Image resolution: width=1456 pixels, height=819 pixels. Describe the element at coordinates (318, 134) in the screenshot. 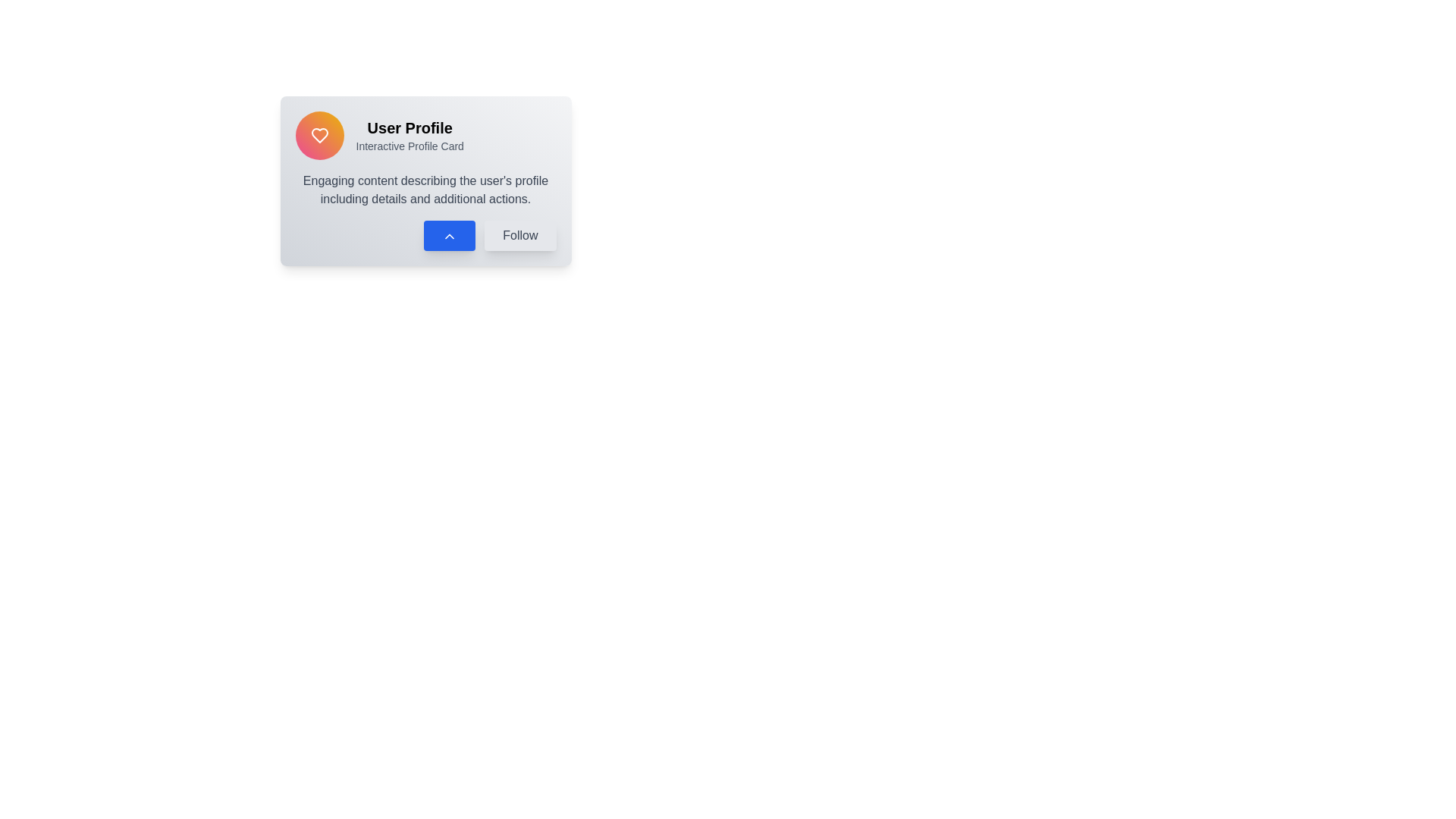

I see `the circular heart-shaped icon with a gradient color, located at the top-left corner of the card, next to 'User Profile' and 'Interactive Profile Card'` at that location.